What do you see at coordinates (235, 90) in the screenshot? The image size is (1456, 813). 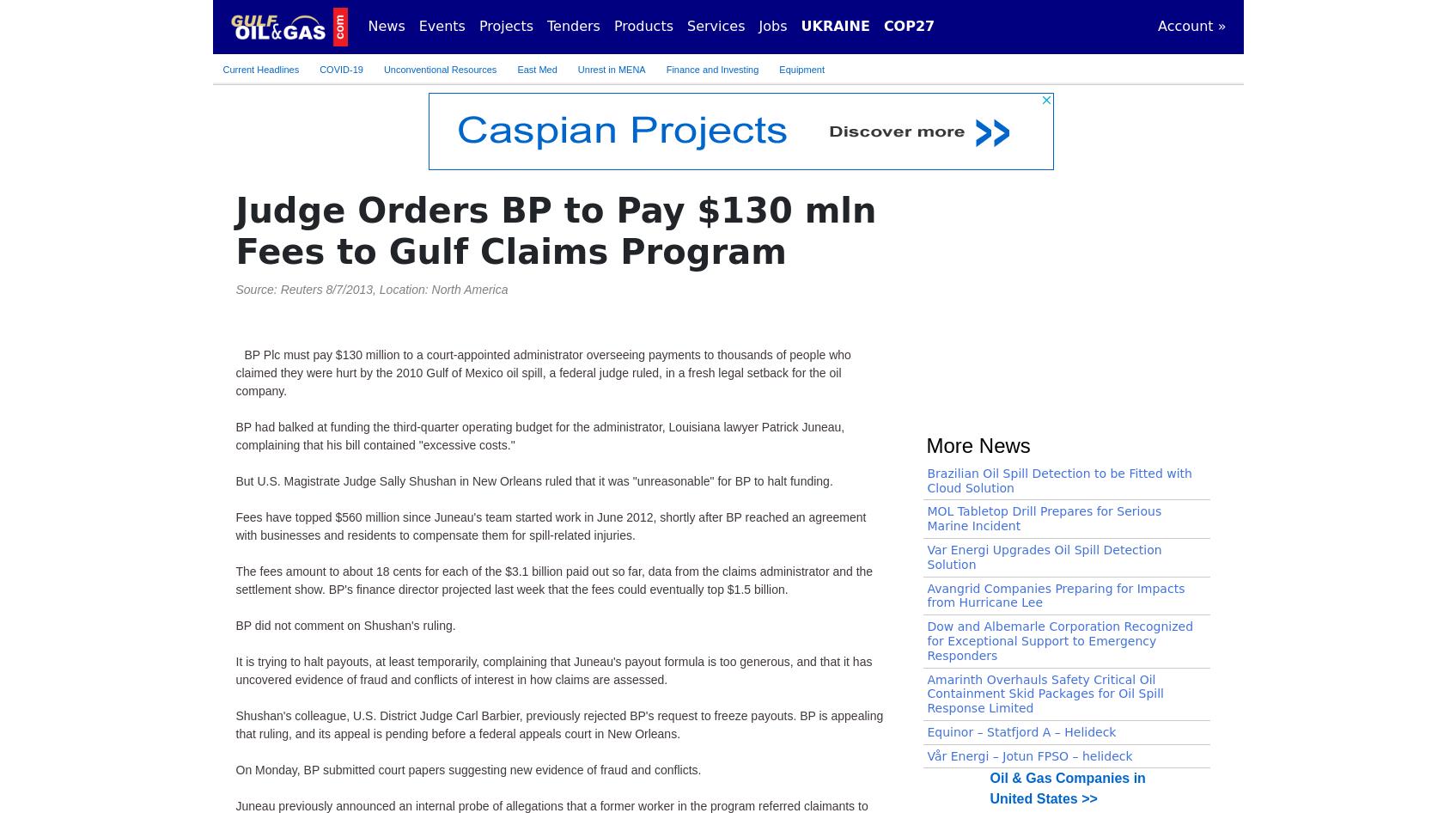 I see `'On Monday, BP submitted court papers suggesting new evidence of fraud and conflicts.'` at bounding box center [235, 90].